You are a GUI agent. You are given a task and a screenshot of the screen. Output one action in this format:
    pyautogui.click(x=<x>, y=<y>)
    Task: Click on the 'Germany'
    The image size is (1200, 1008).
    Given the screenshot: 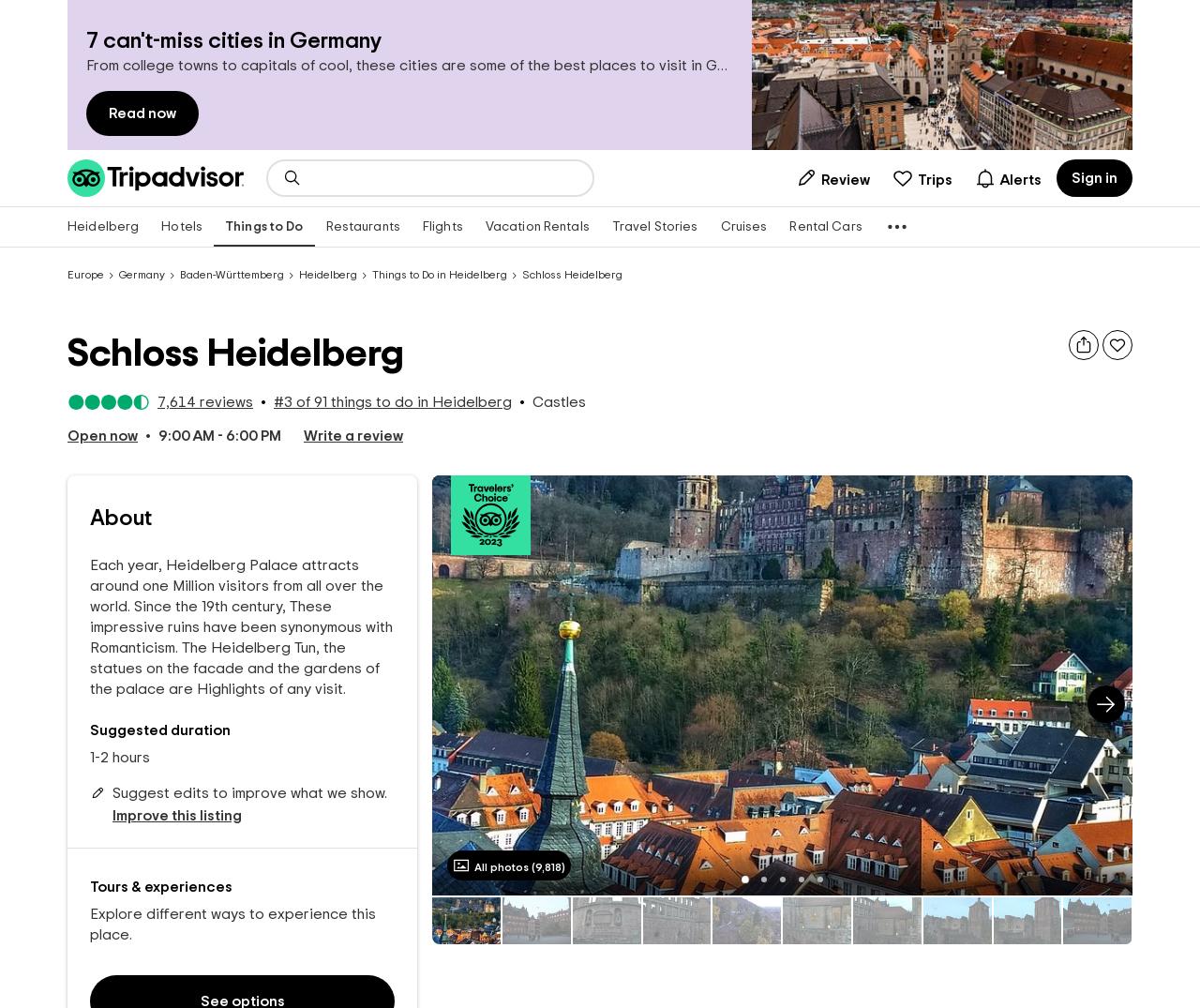 What is the action you would take?
    pyautogui.click(x=117, y=275)
    